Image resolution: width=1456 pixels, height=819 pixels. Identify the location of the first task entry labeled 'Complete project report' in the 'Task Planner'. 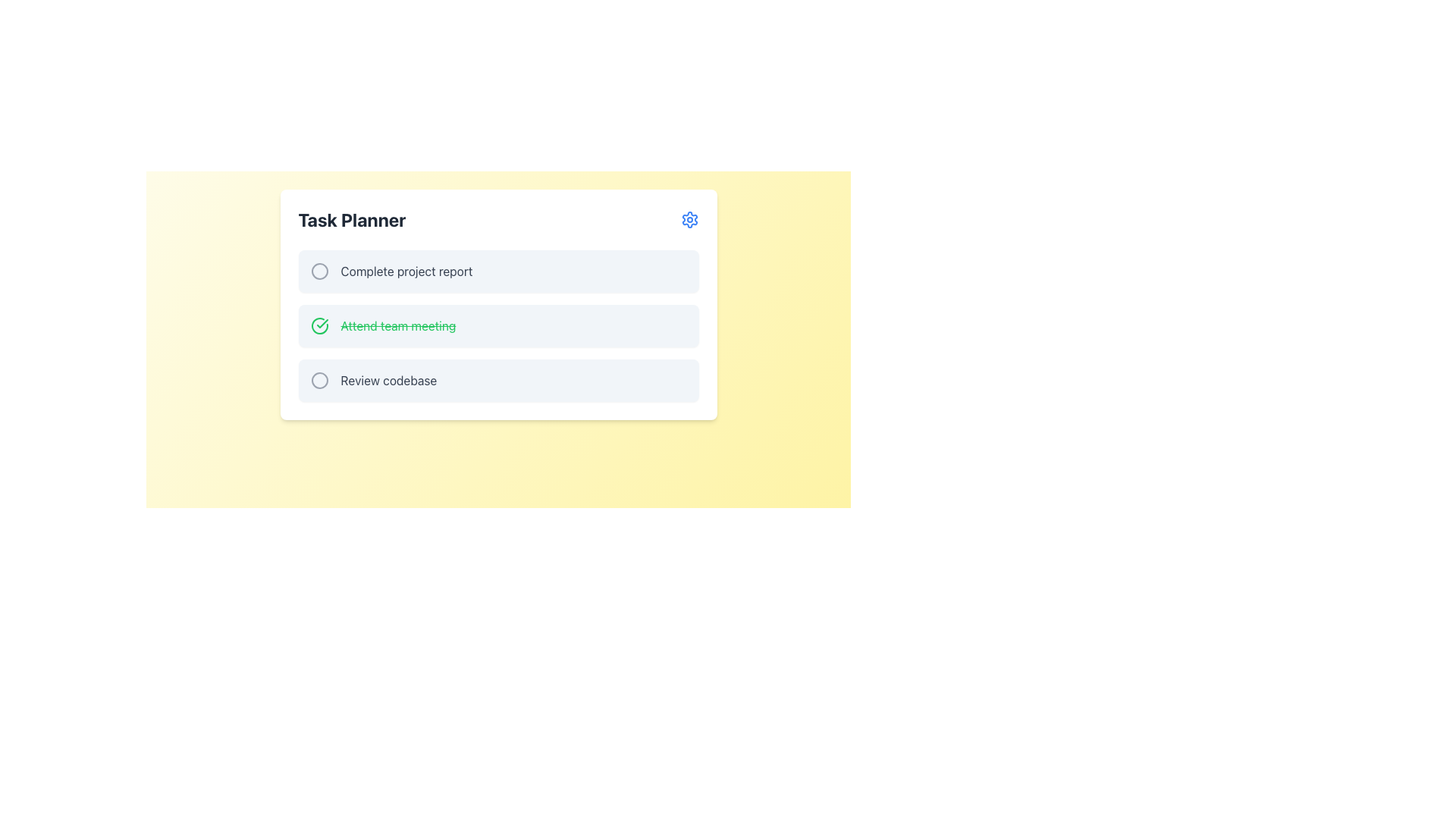
(498, 271).